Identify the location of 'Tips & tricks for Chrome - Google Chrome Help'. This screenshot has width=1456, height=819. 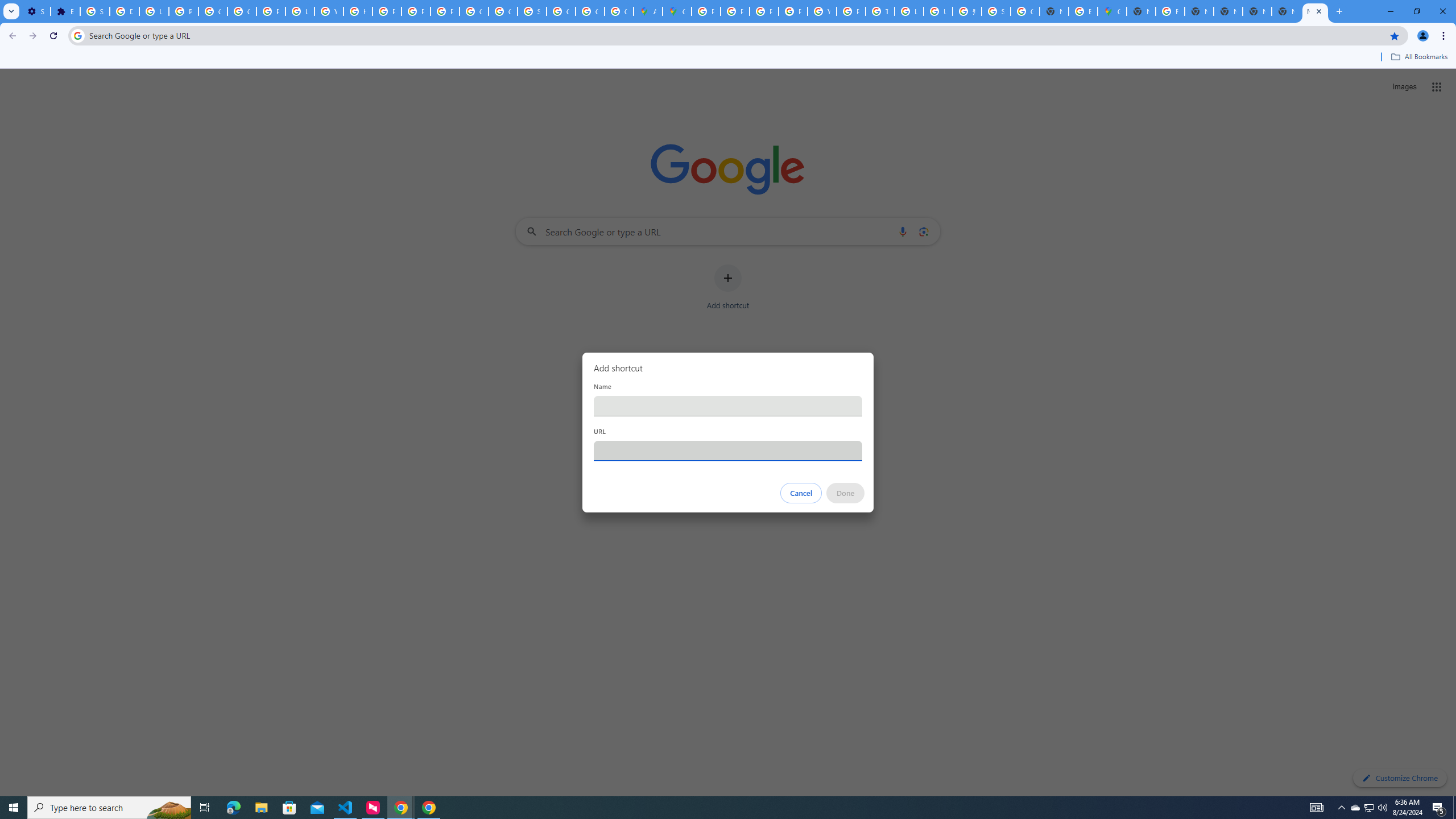
(879, 11).